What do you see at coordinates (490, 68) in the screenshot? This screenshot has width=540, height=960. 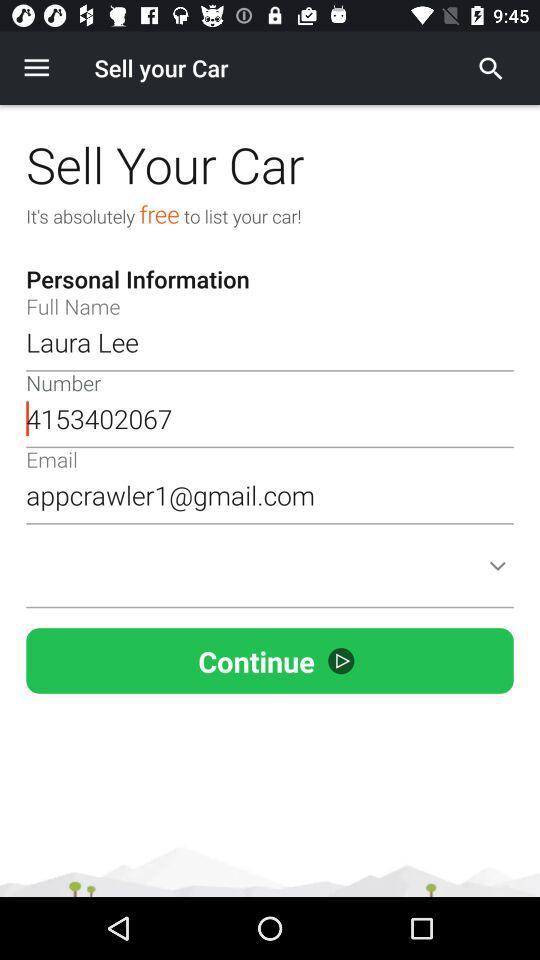 I see `item next to the sell your car item` at bounding box center [490, 68].